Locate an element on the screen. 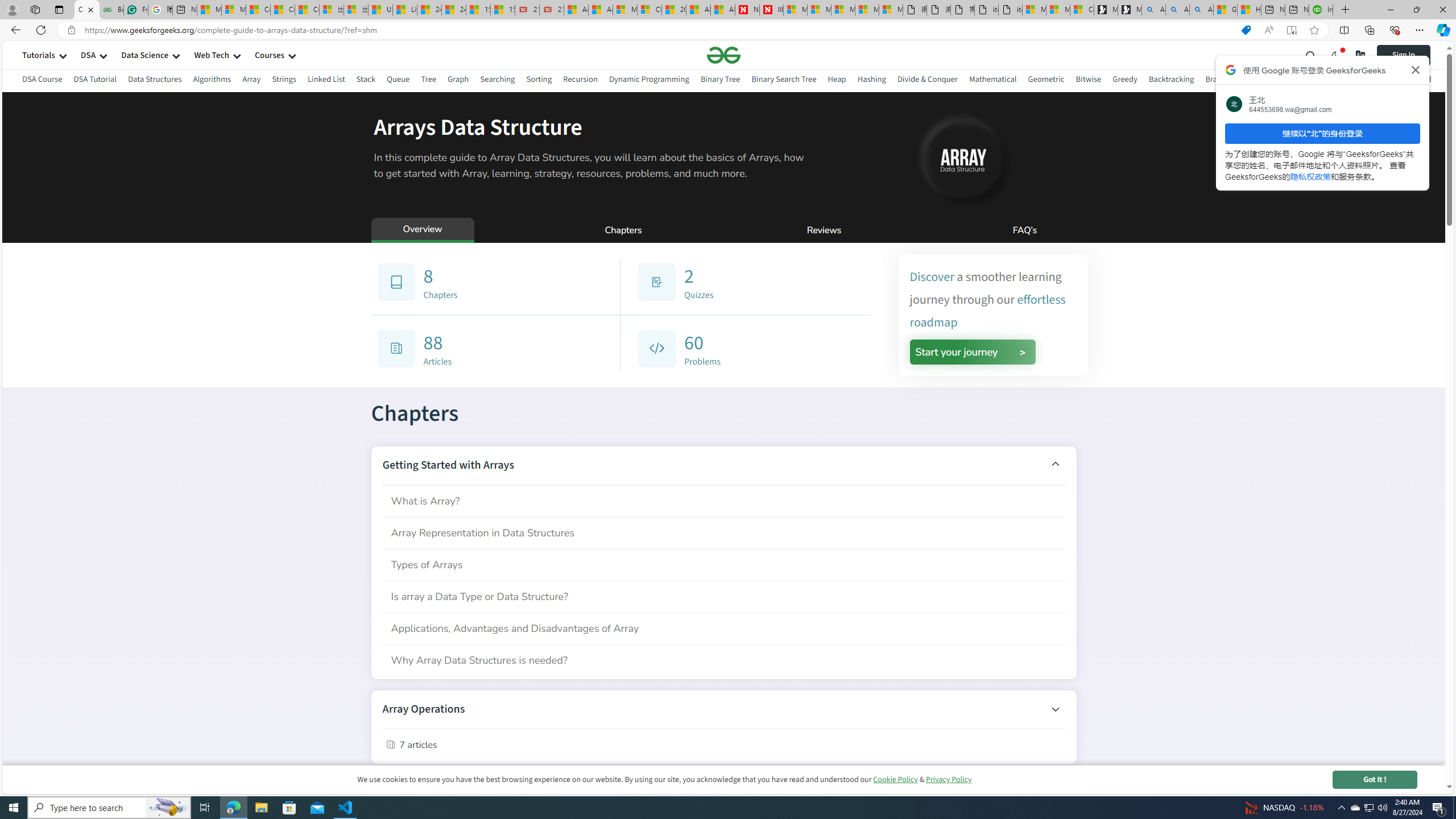 The width and height of the screenshot is (1456, 819). 'Mathematical' is located at coordinates (992, 78).